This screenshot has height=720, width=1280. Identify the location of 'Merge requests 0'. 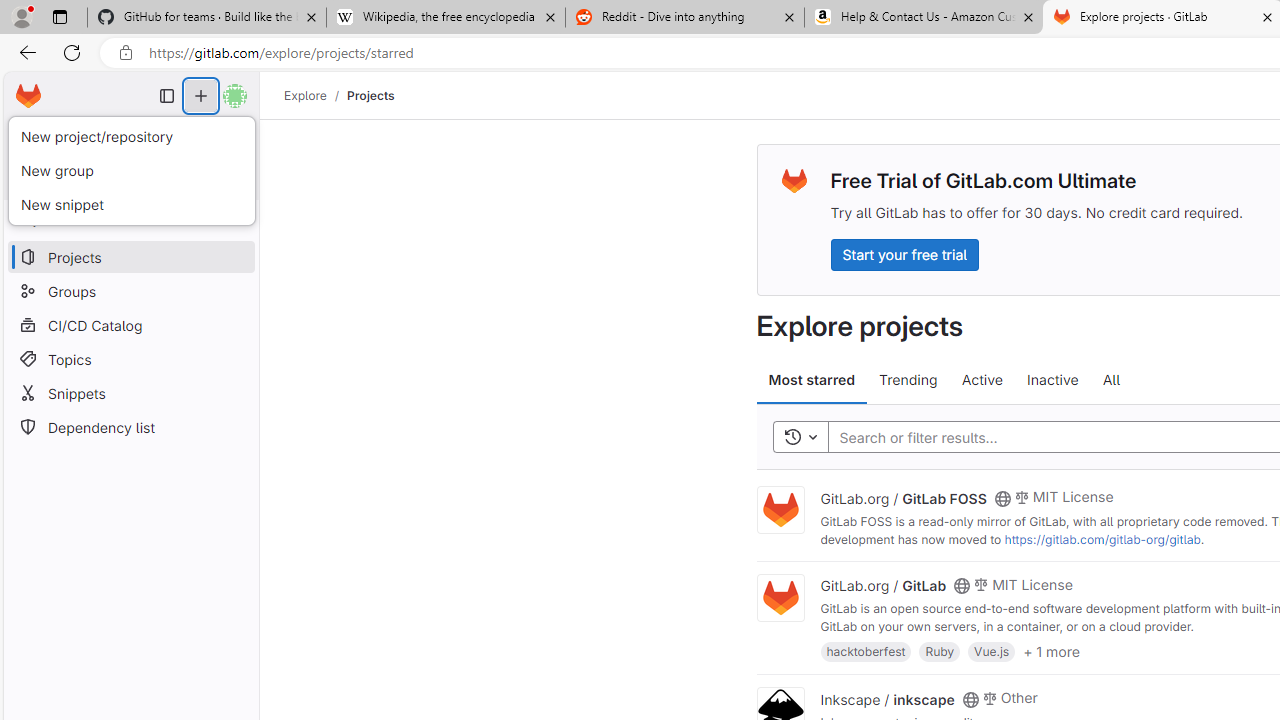
(130, 135).